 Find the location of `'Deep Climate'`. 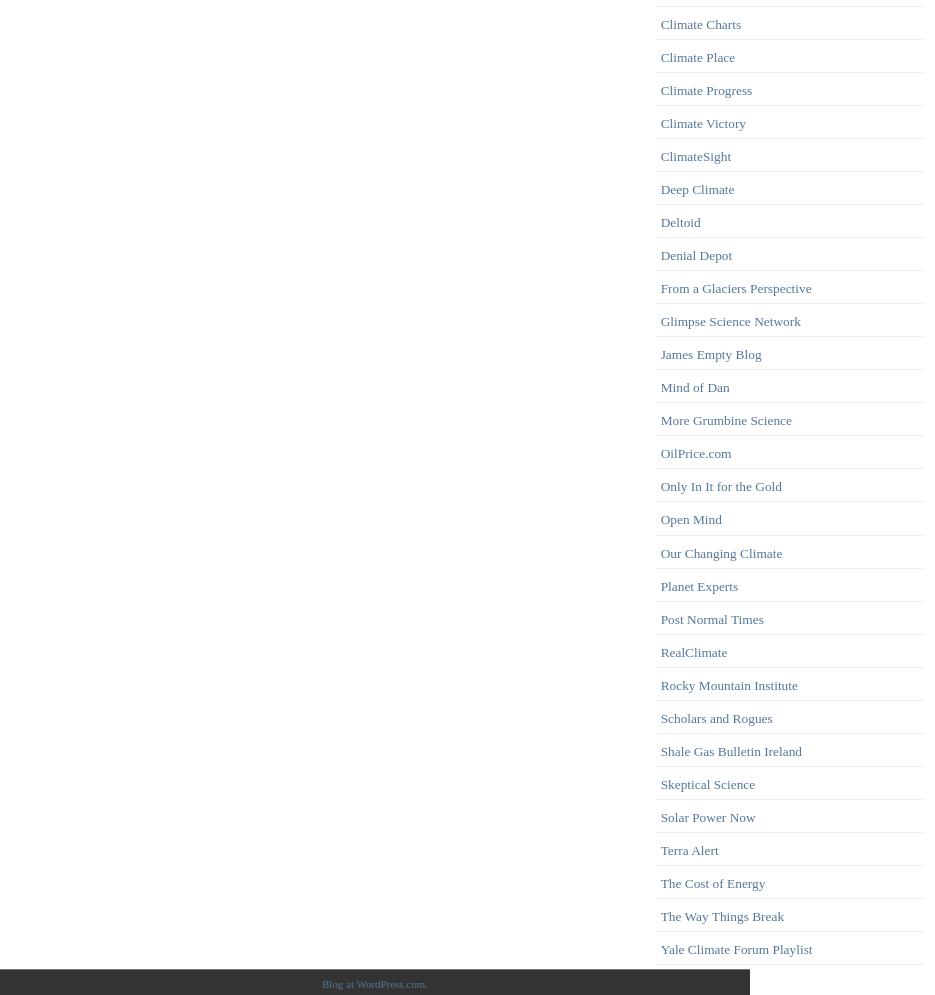

'Deep Climate' is located at coordinates (696, 188).